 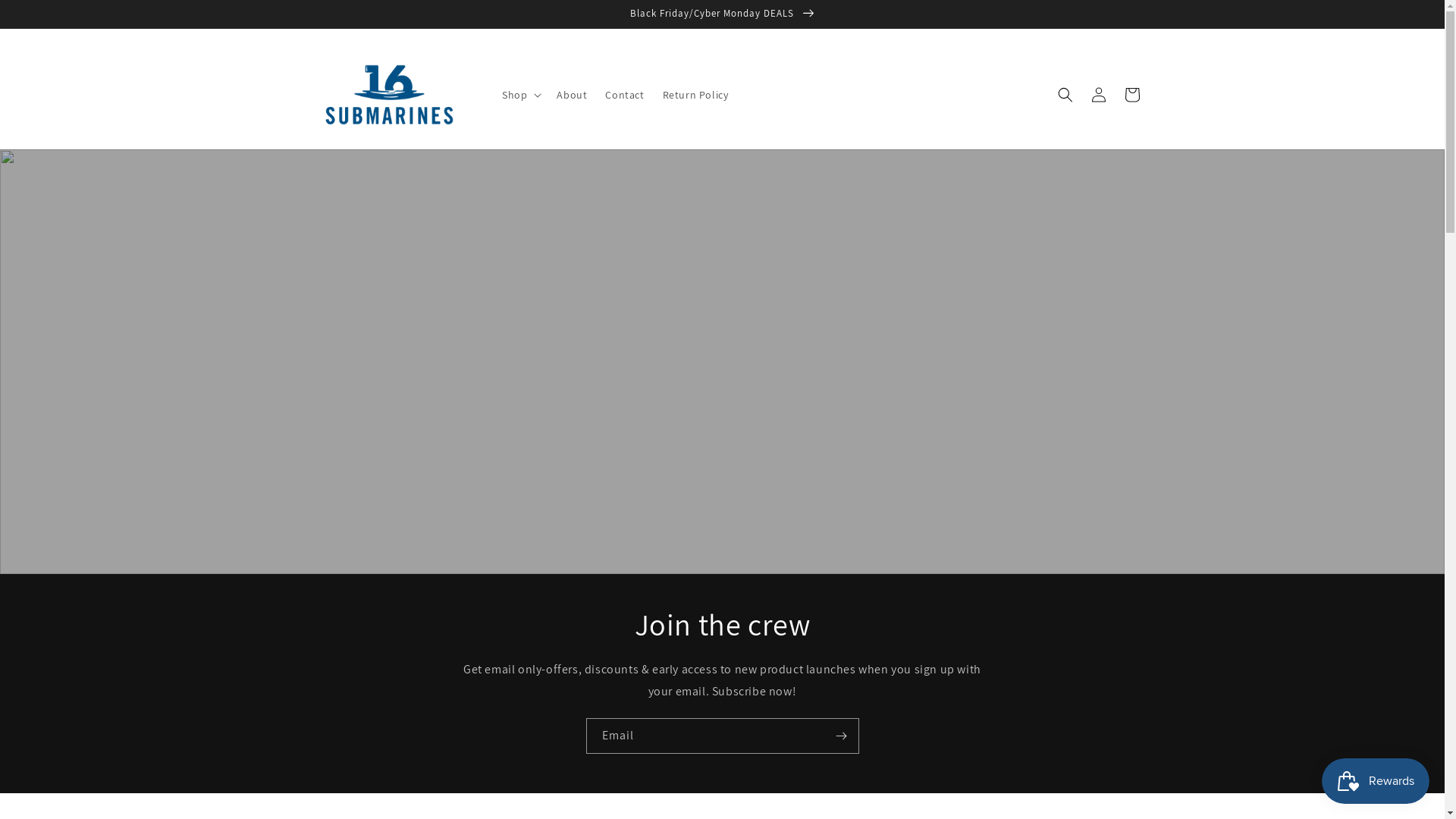 I want to click on 'Contact', so click(x=624, y=94).